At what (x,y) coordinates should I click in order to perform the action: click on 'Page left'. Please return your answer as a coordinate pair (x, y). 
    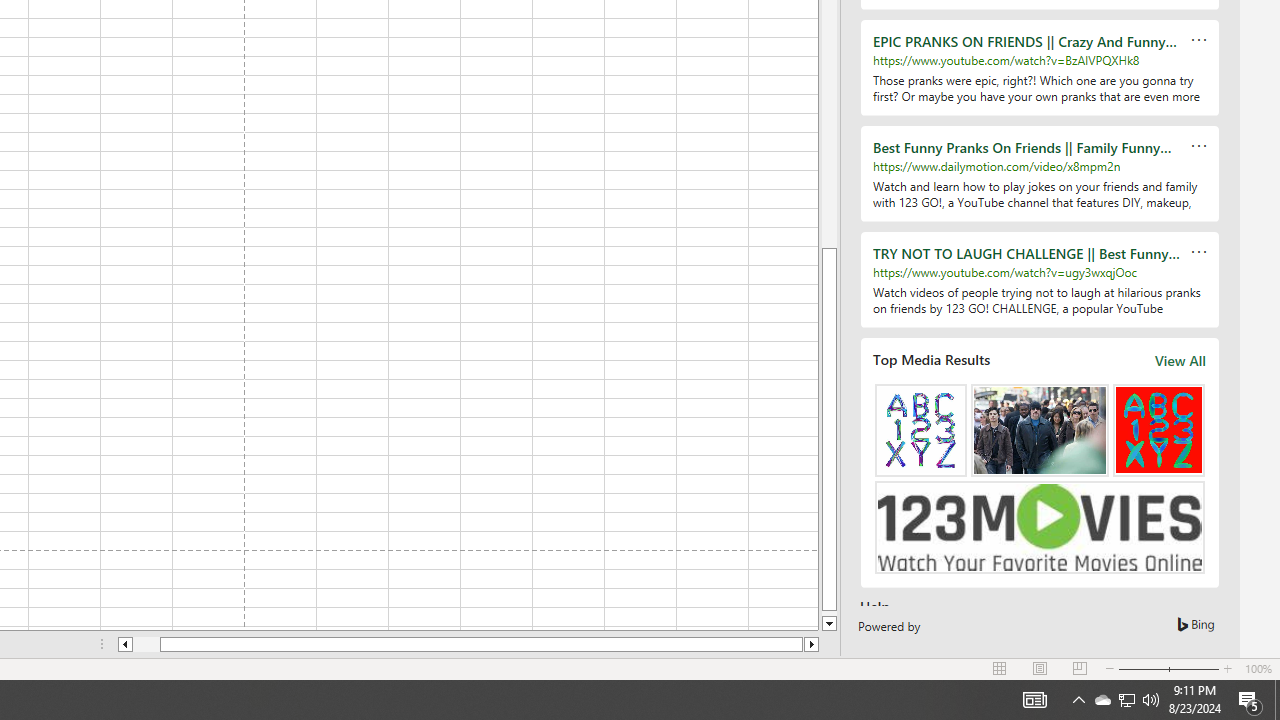
    Looking at the image, I should click on (145, 644).